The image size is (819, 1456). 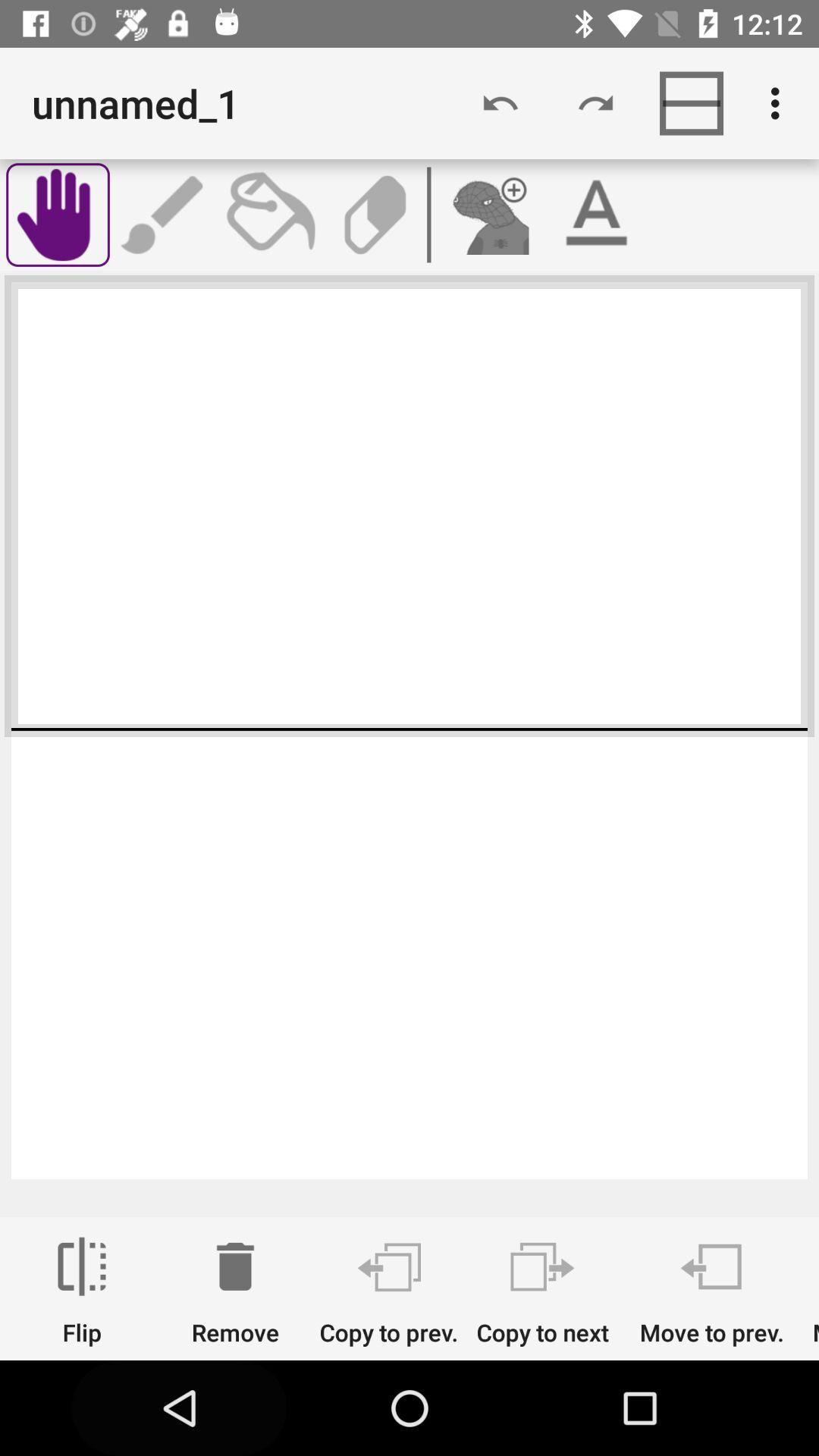 What do you see at coordinates (235, 1291) in the screenshot?
I see `item next to the copy to prev. item` at bounding box center [235, 1291].